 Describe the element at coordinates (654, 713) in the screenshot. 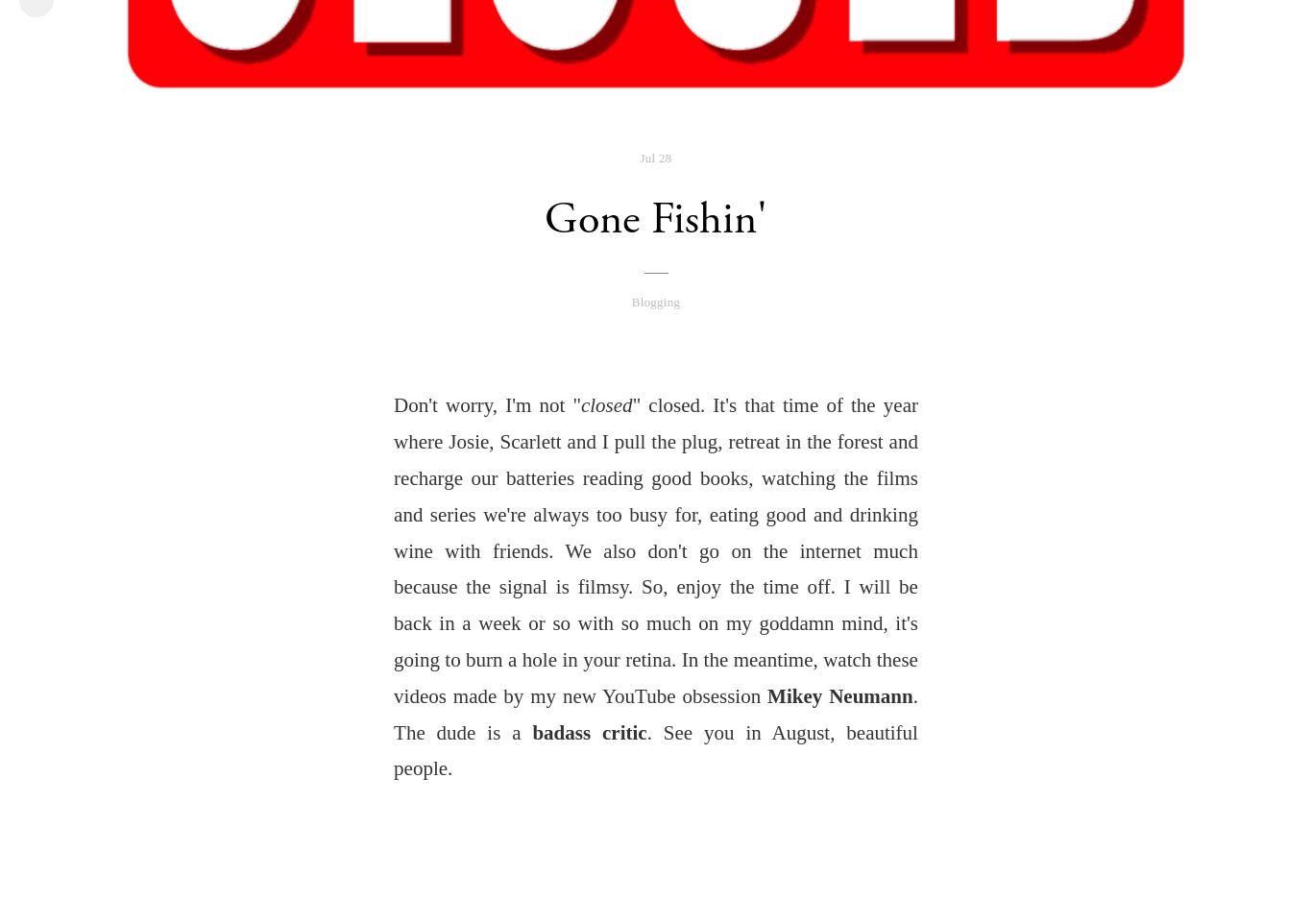

I see `'. The dude is a'` at that location.